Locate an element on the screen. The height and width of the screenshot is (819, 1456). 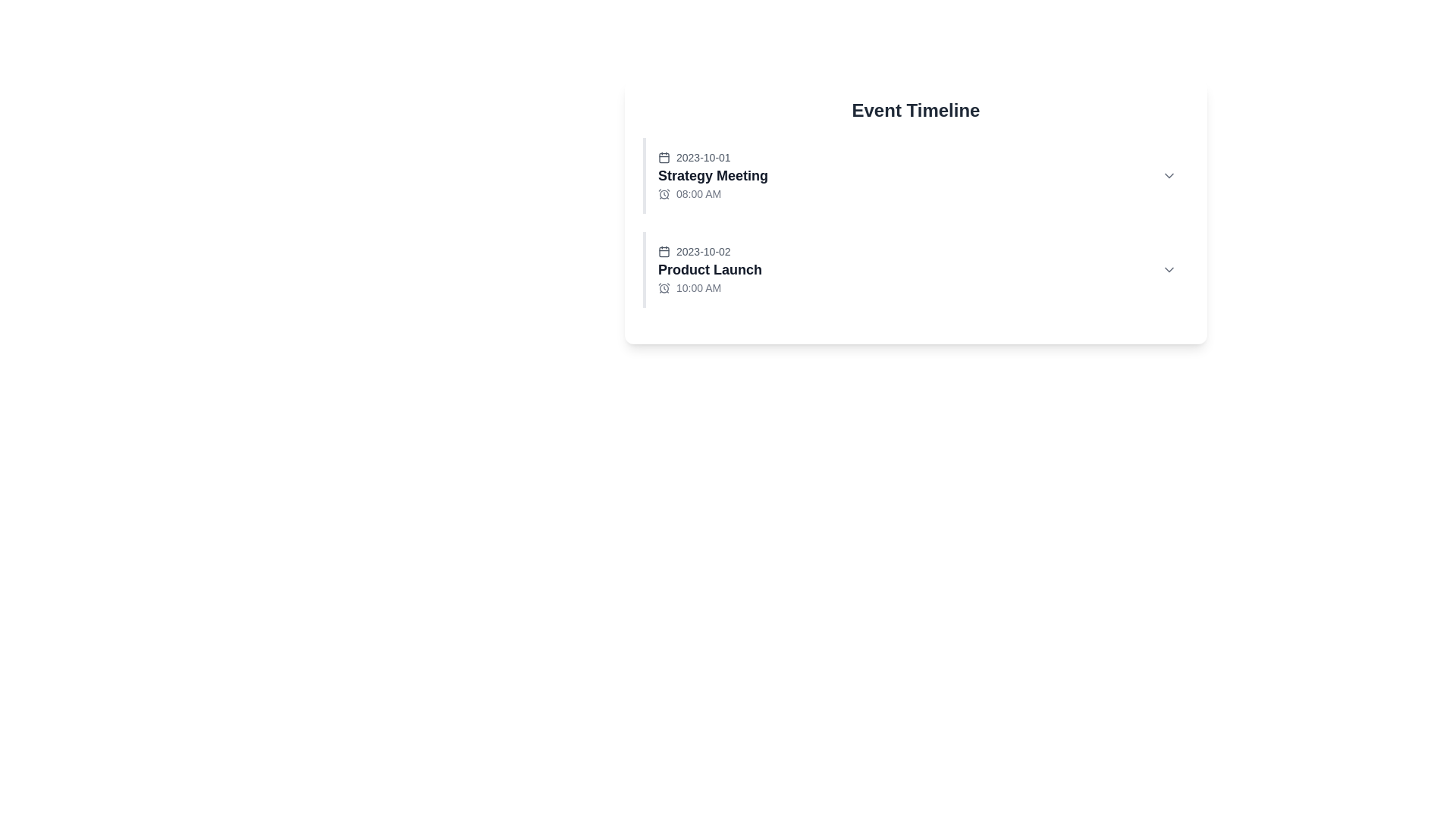
the '2023-10-01 Strategy Meeting 08:00 AM' event entry is located at coordinates (712, 174).